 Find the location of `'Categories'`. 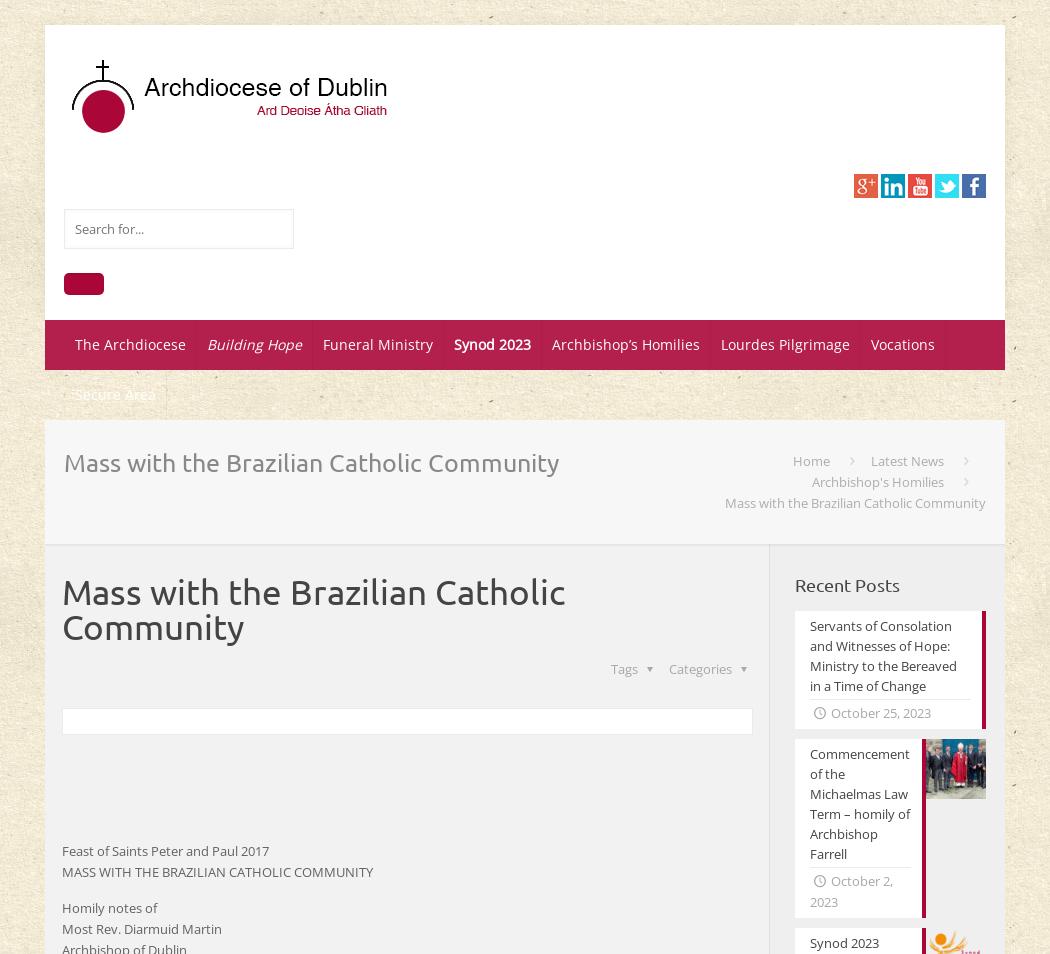

'Categories' is located at coordinates (700, 668).